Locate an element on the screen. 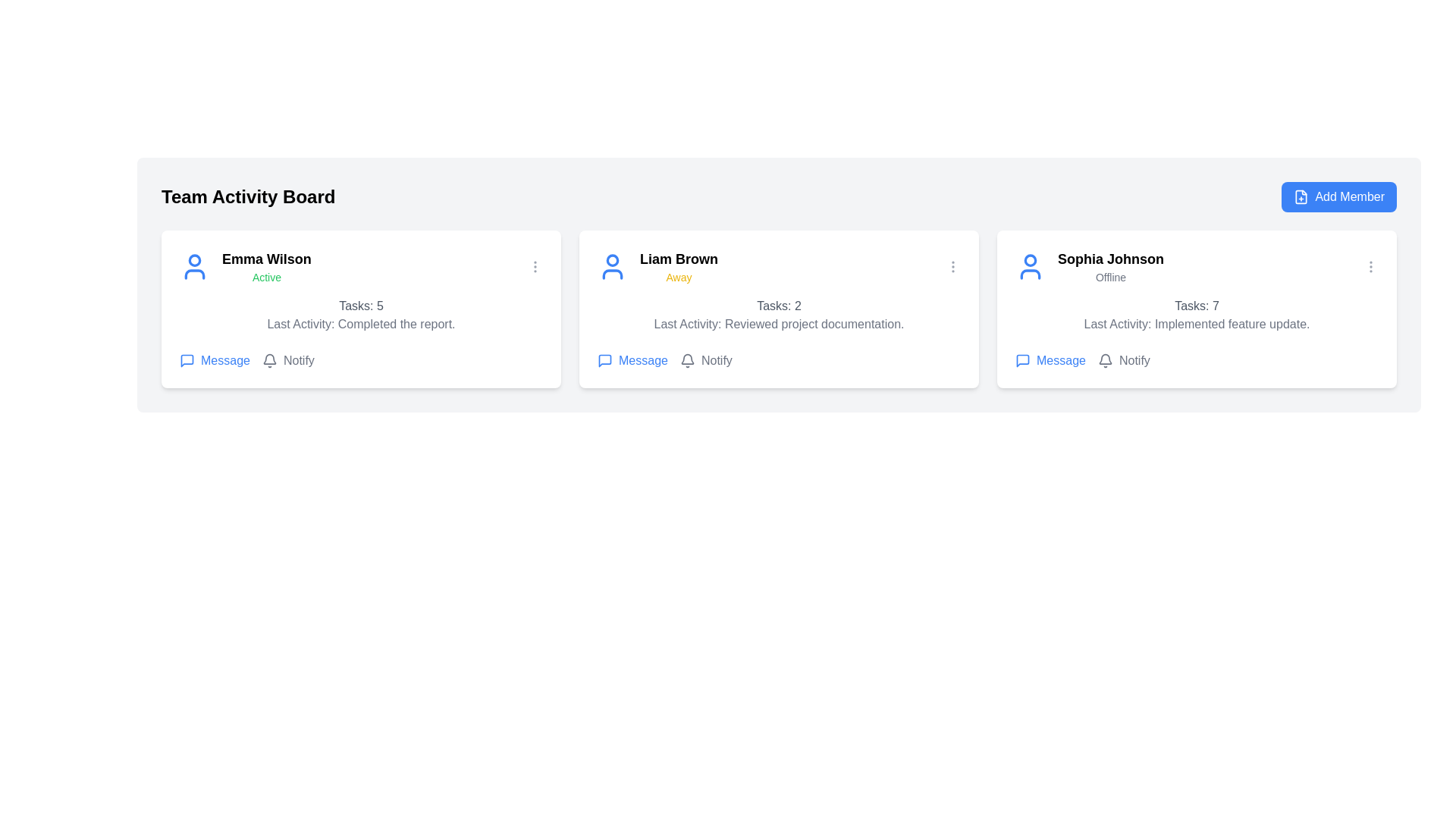 This screenshot has width=1456, height=819. the blue user silhouette SVG icon located in the top-left corner of the profile card for 'Sophia Johnson' on the Team Activity Board is located at coordinates (1030, 265).